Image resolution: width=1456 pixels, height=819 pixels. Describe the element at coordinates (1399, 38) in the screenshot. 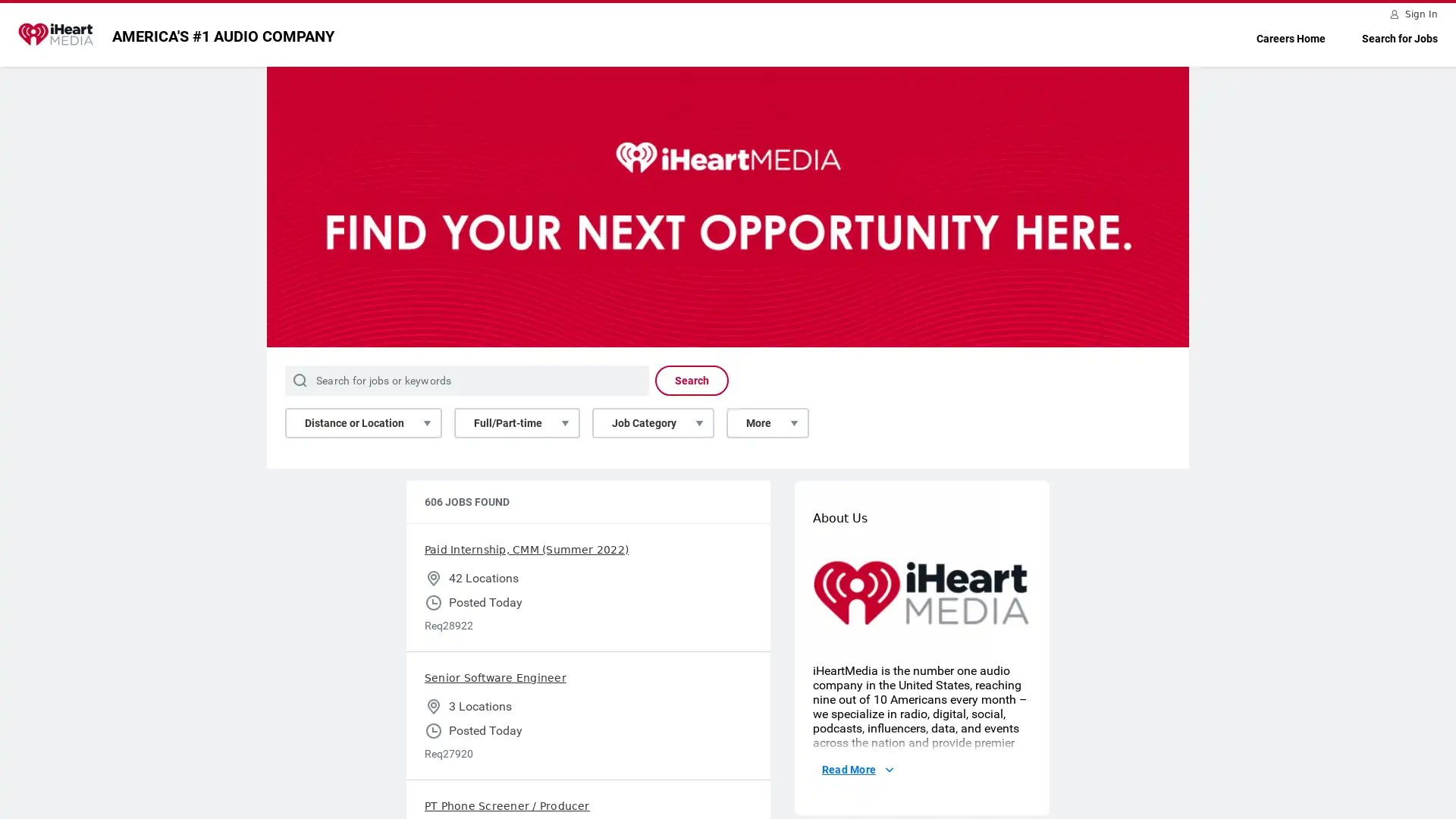

I see `Search for Jobs` at that location.